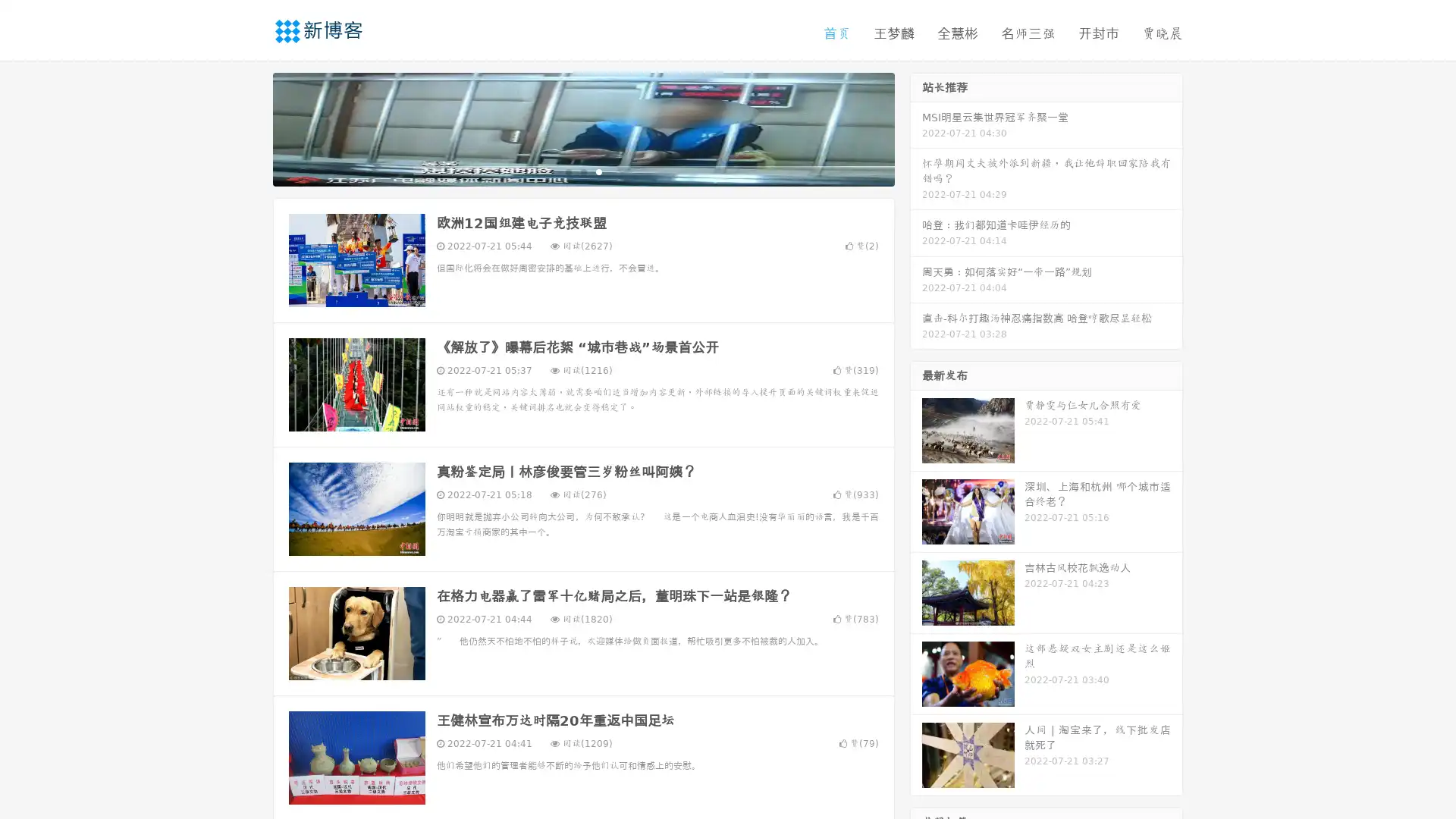 The width and height of the screenshot is (1456, 819). I want to click on Go to slide 1, so click(567, 171).